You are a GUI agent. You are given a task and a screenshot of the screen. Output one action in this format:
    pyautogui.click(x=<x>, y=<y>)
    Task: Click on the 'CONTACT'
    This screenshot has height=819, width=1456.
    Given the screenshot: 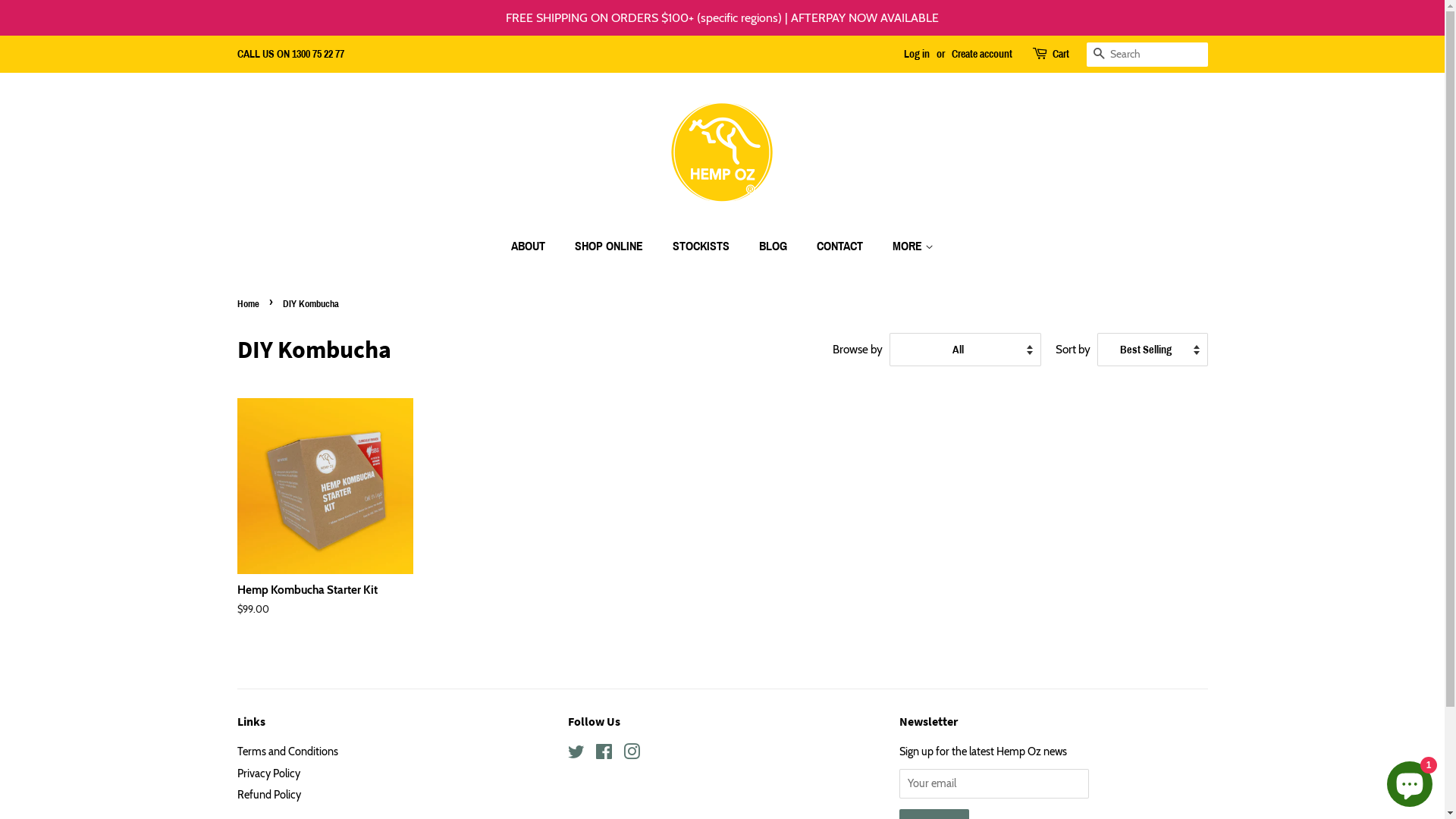 What is the action you would take?
    pyautogui.click(x=804, y=245)
    